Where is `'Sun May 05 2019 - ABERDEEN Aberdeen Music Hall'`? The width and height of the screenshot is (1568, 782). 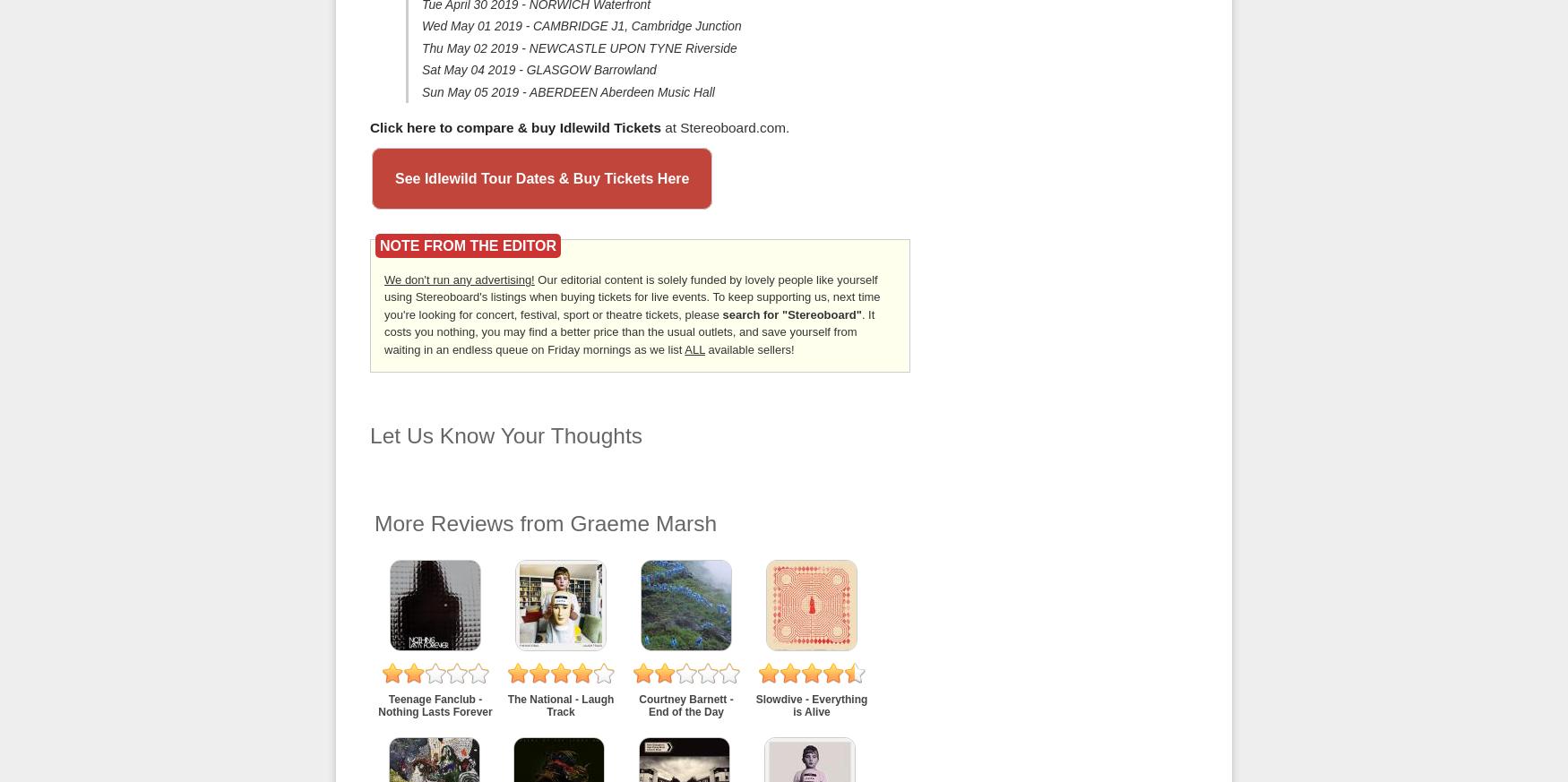
'Sun May 05 2019 - ABERDEEN Aberdeen Music Hall' is located at coordinates (567, 90).